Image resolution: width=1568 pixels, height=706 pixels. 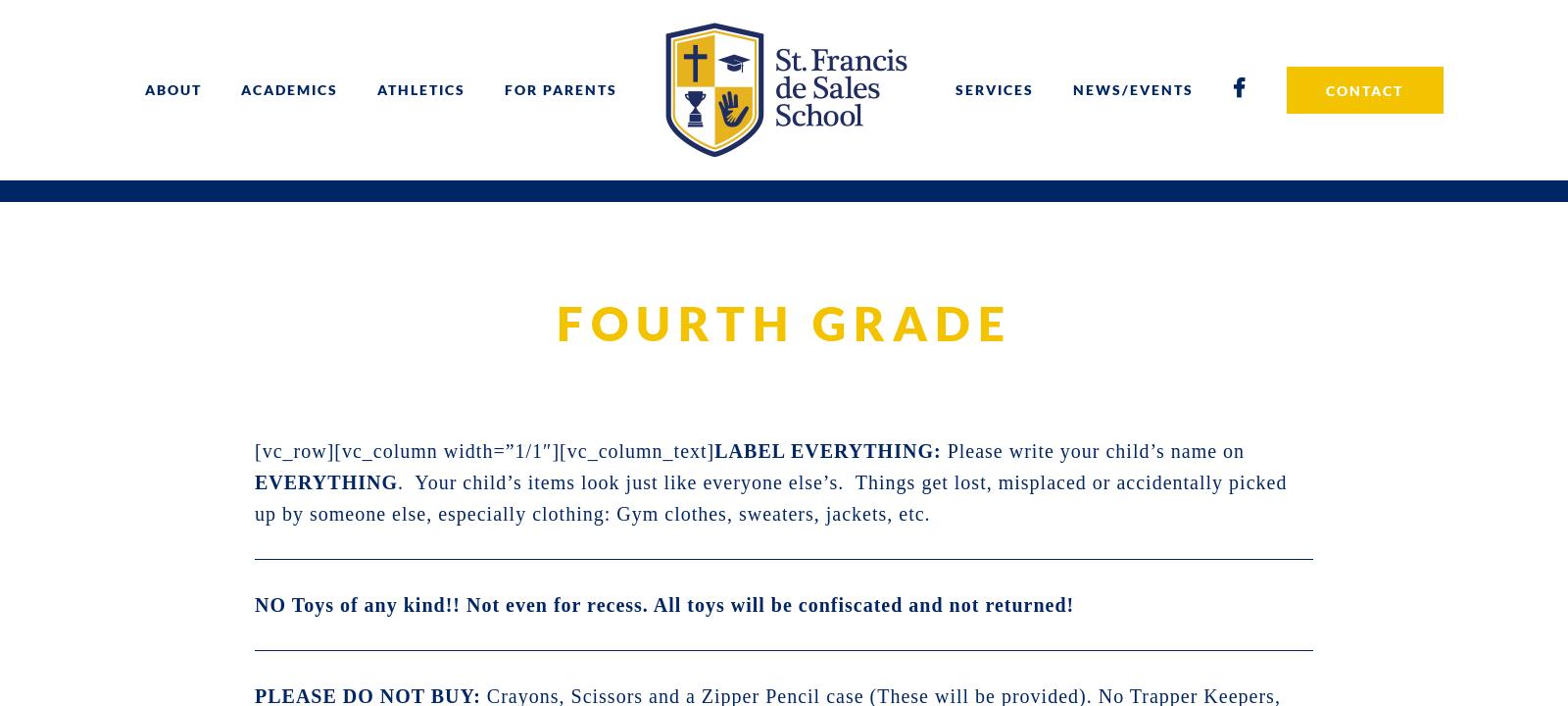 I want to click on 'School Calendar', so click(x=415, y=225).